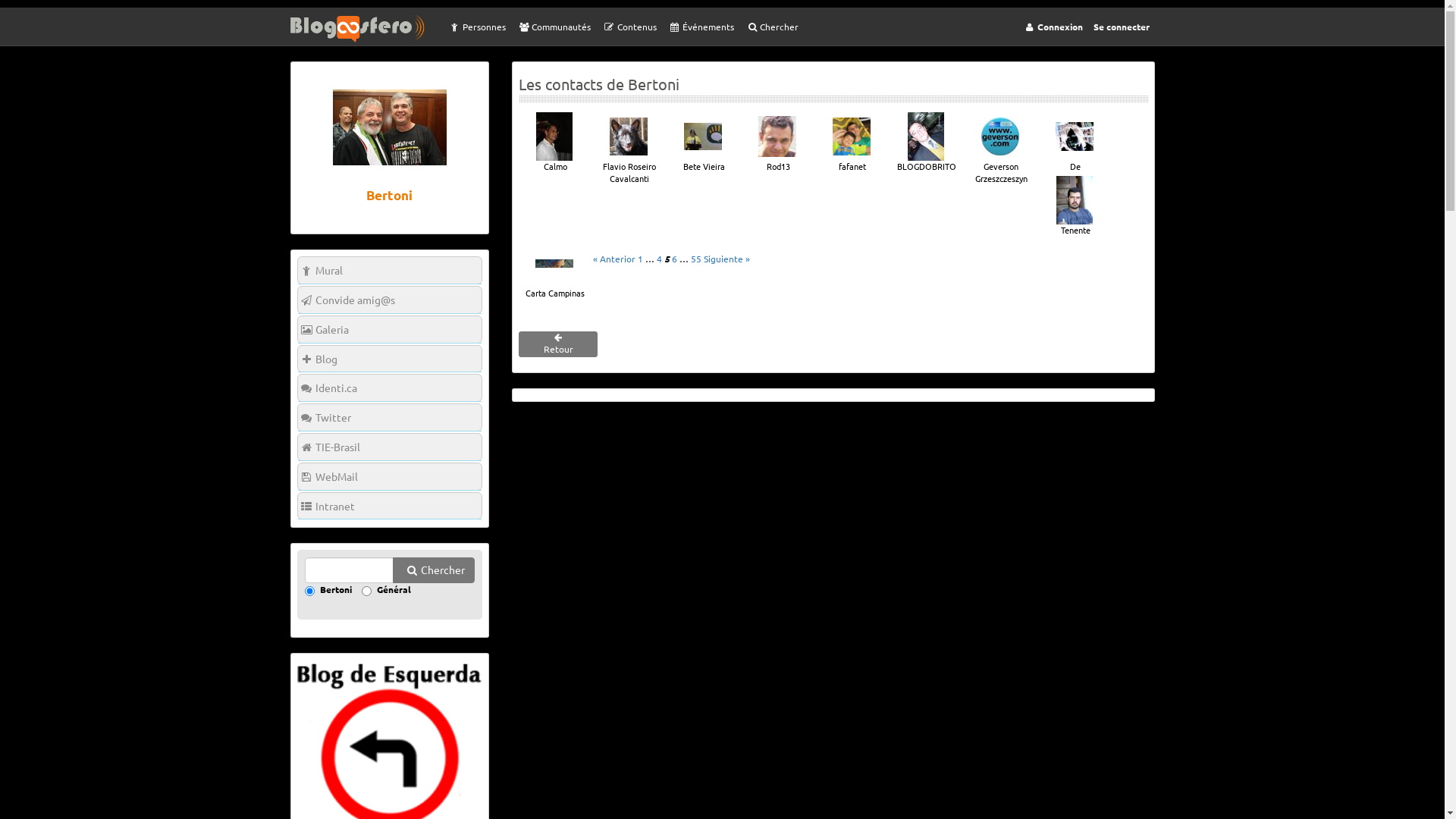 The width and height of the screenshot is (1456, 819). What do you see at coordinates (365, 28) in the screenshot?
I see `'Blogoosfero'` at bounding box center [365, 28].